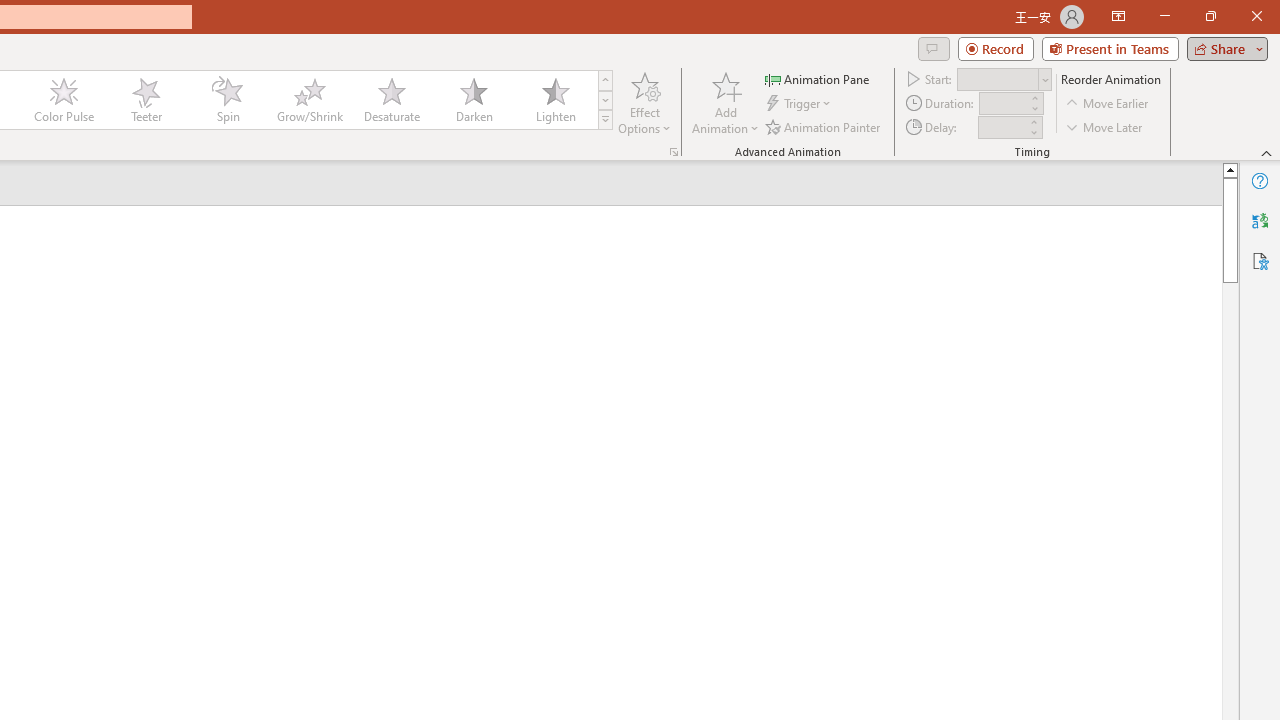 This screenshot has height=720, width=1280. What do you see at coordinates (724, 103) in the screenshot?
I see `'Add Animation'` at bounding box center [724, 103].